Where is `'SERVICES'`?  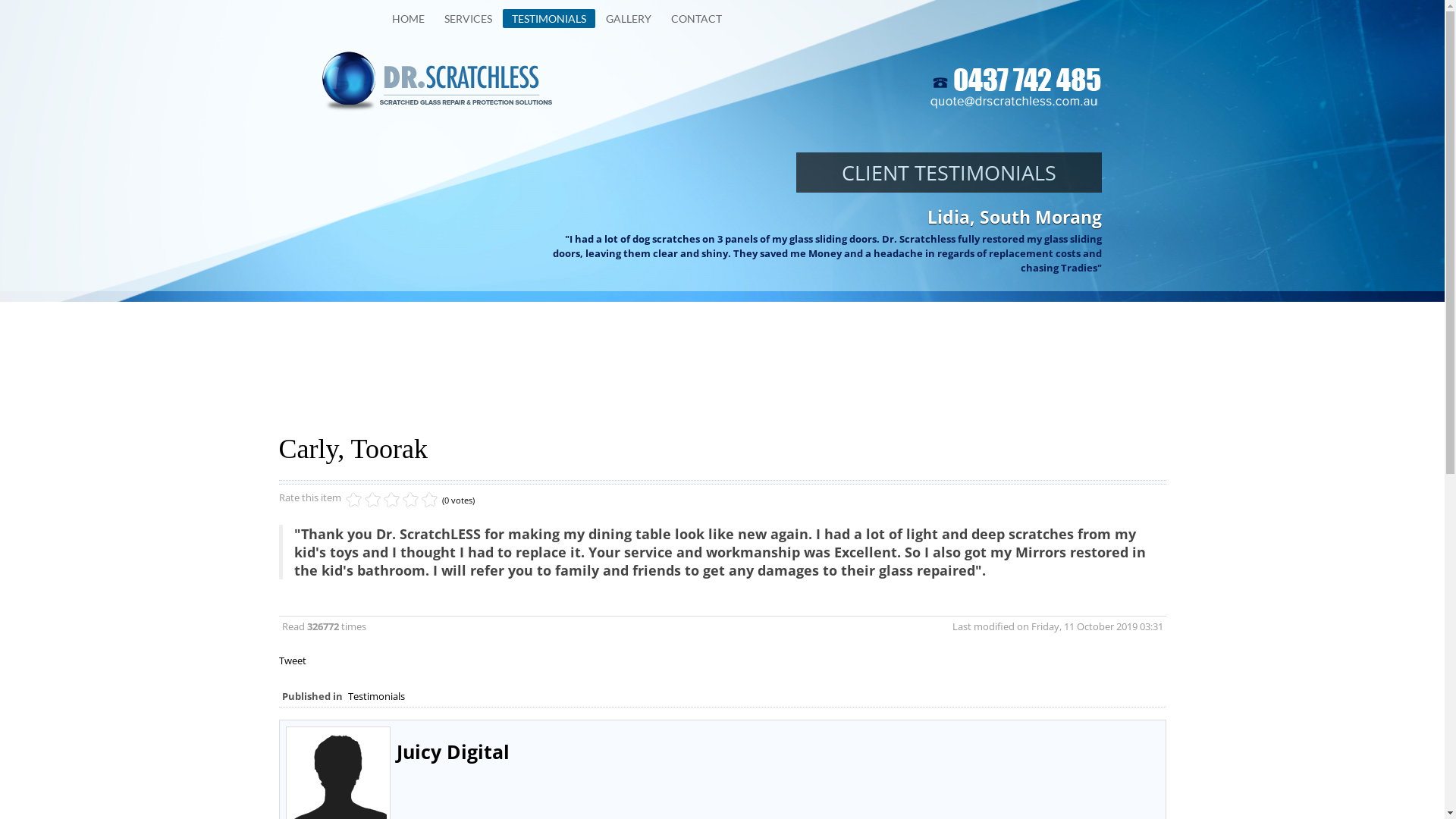 'SERVICES' is located at coordinates (467, 18).